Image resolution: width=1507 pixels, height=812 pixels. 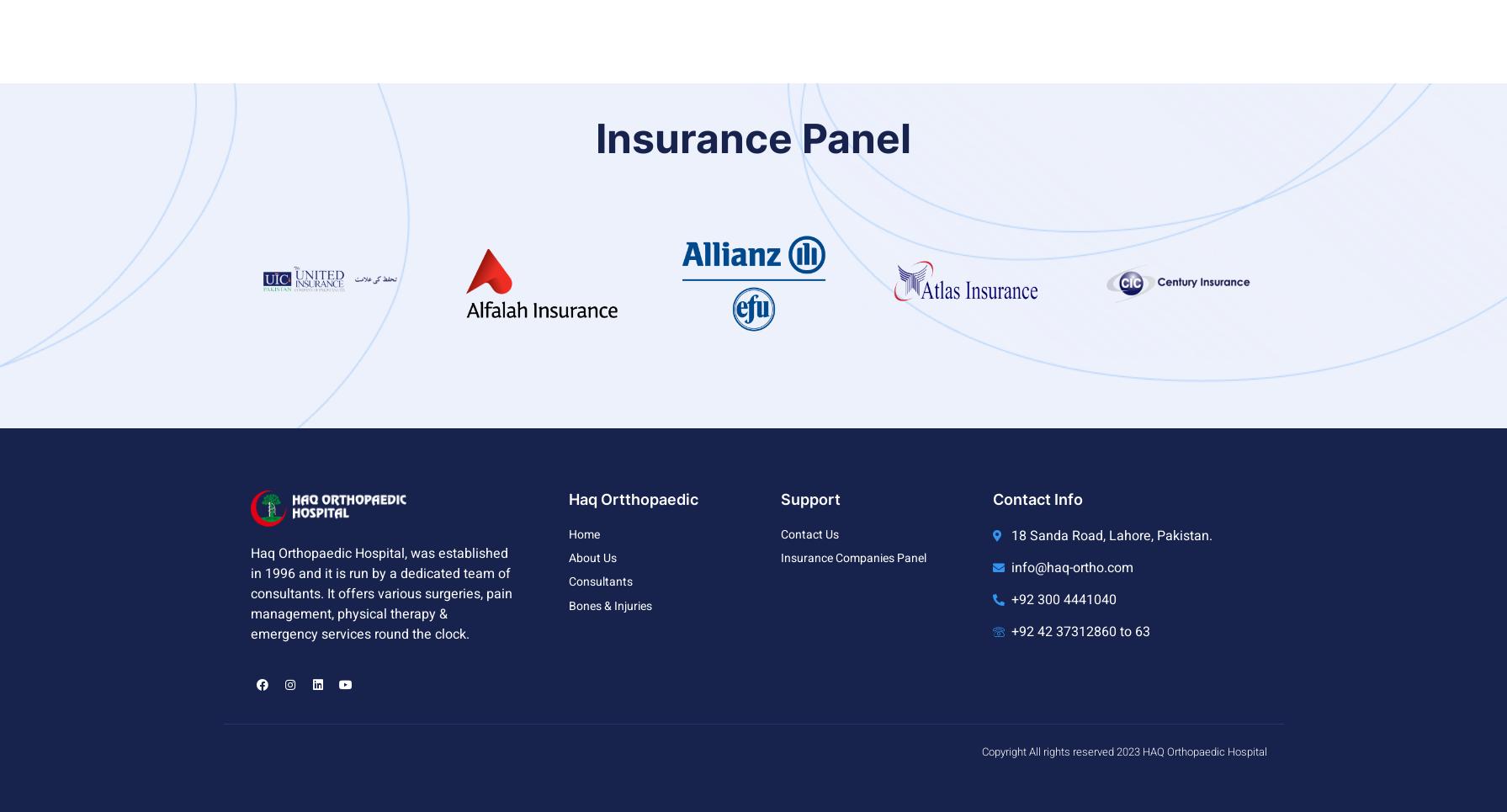 I want to click on 'Copyright All rights reserved 2023  HAQ Orthopaedic Hospital', so click(x=979, y=750).